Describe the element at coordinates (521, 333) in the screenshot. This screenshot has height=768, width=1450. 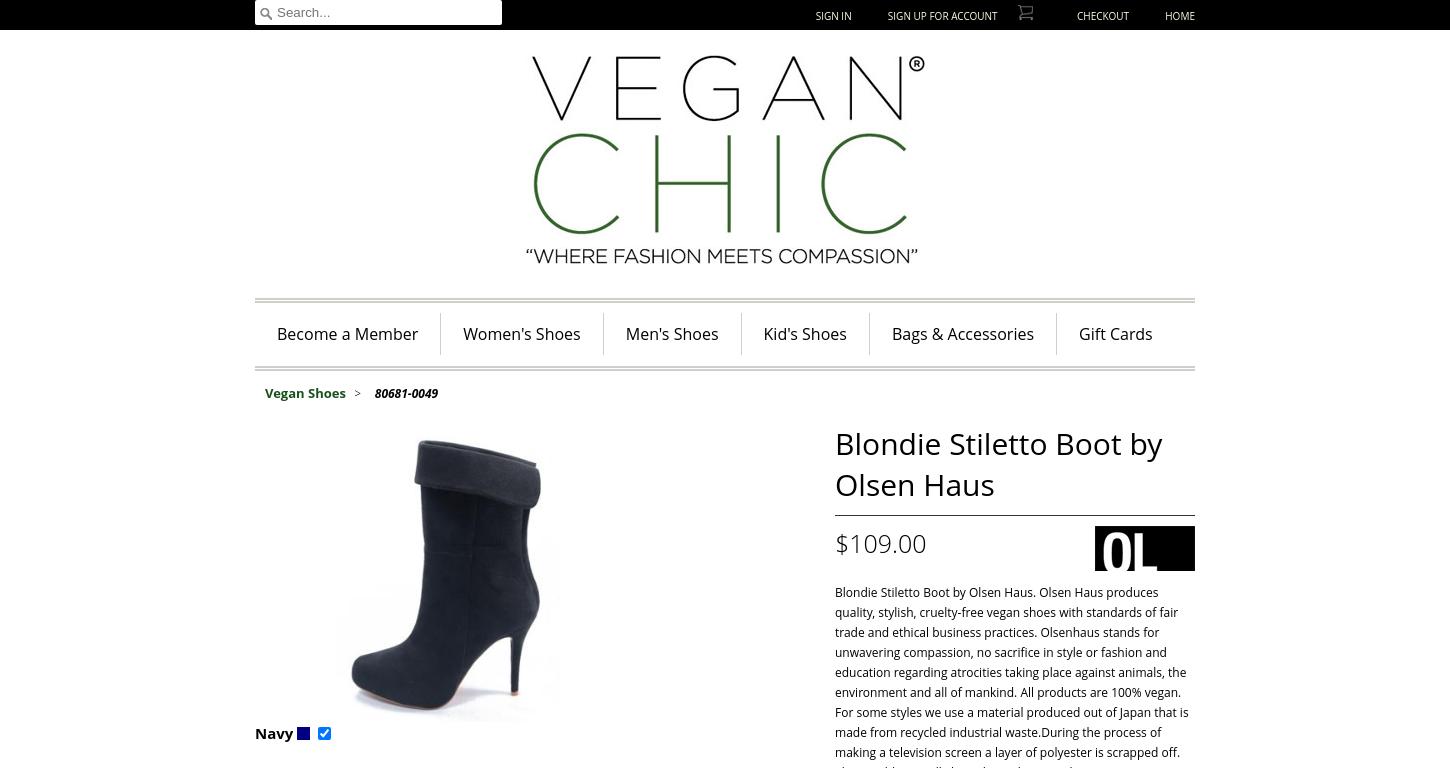
I see `'Women's Shoes'` at that location.